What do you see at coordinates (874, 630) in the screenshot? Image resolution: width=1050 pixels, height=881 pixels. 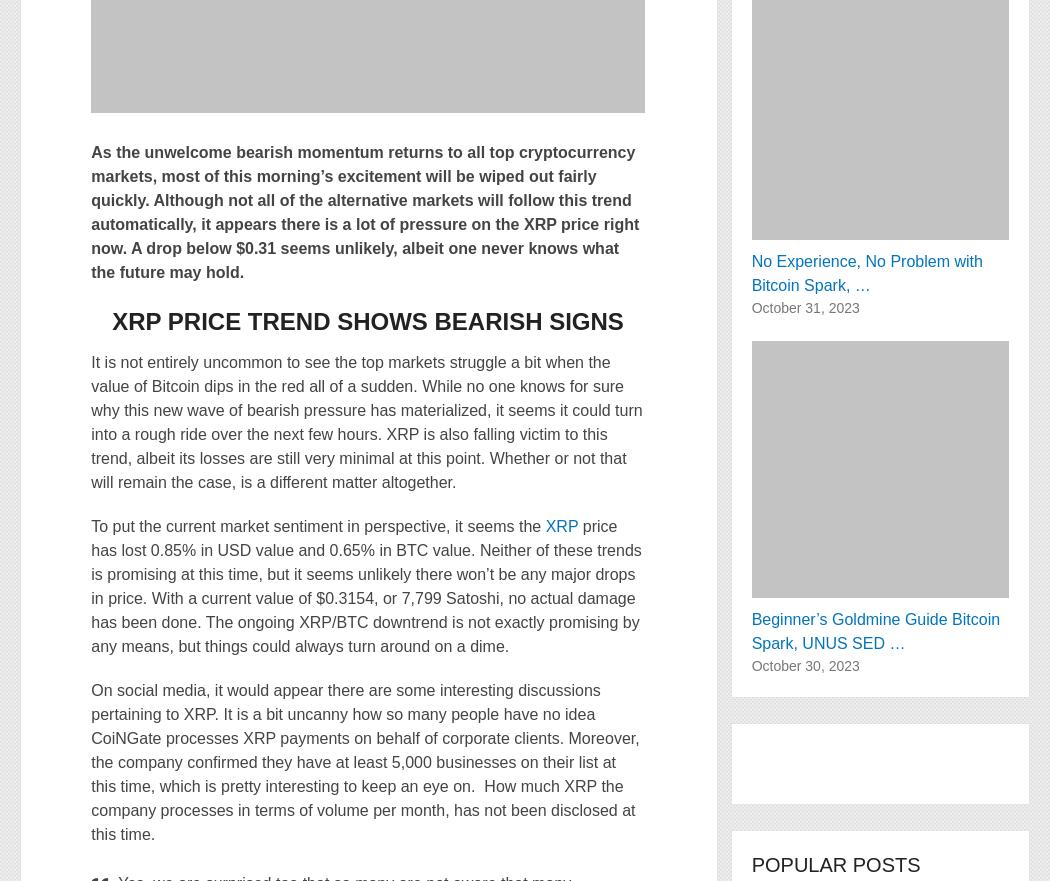 I see `'Beginner’s Goldmine Guide Bitcoin Spark, UNUS SED …'` at bounding box center [874, 630].